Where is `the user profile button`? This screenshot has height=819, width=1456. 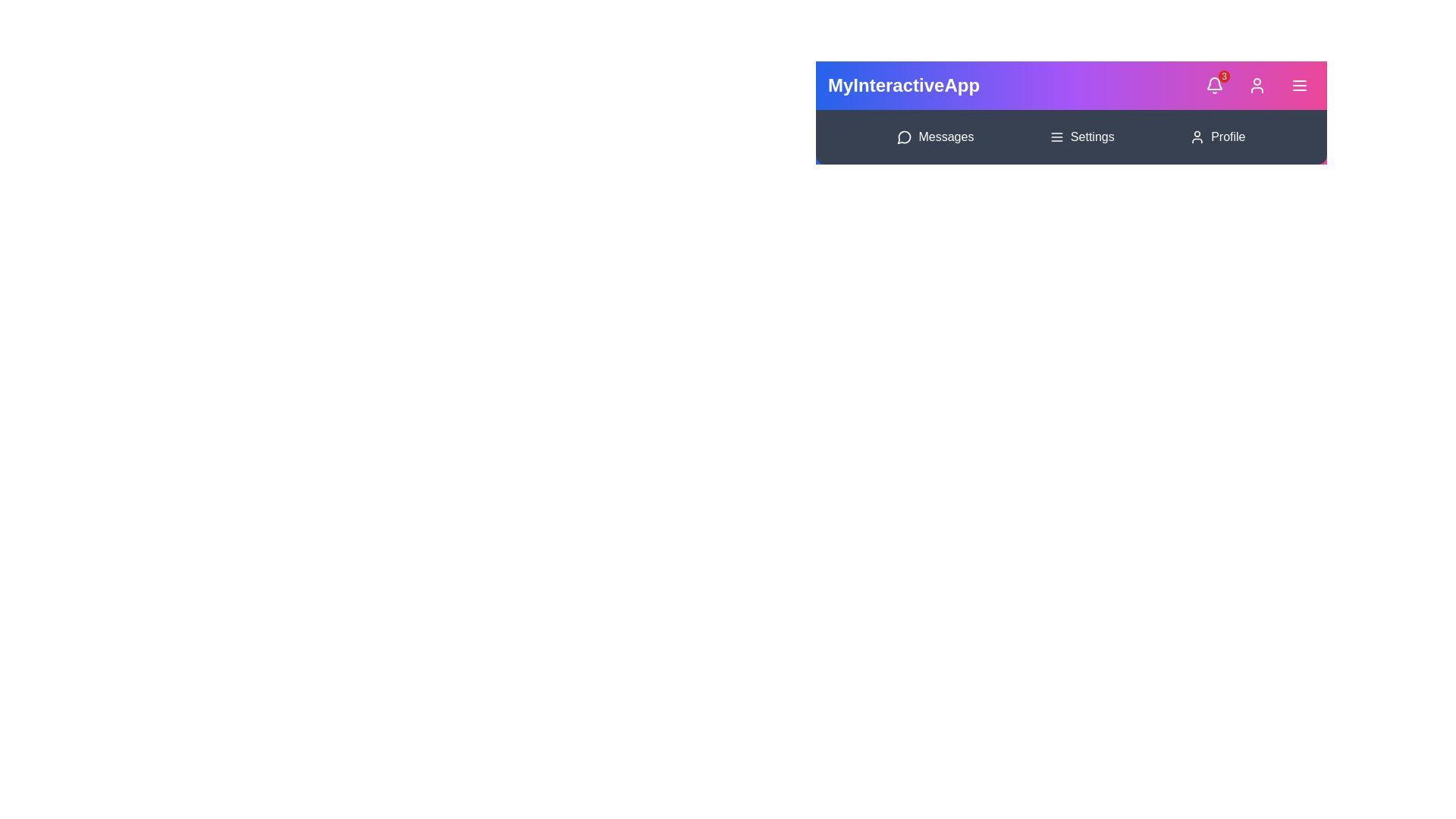
the user profile button is located at coordinates (1257, 85).